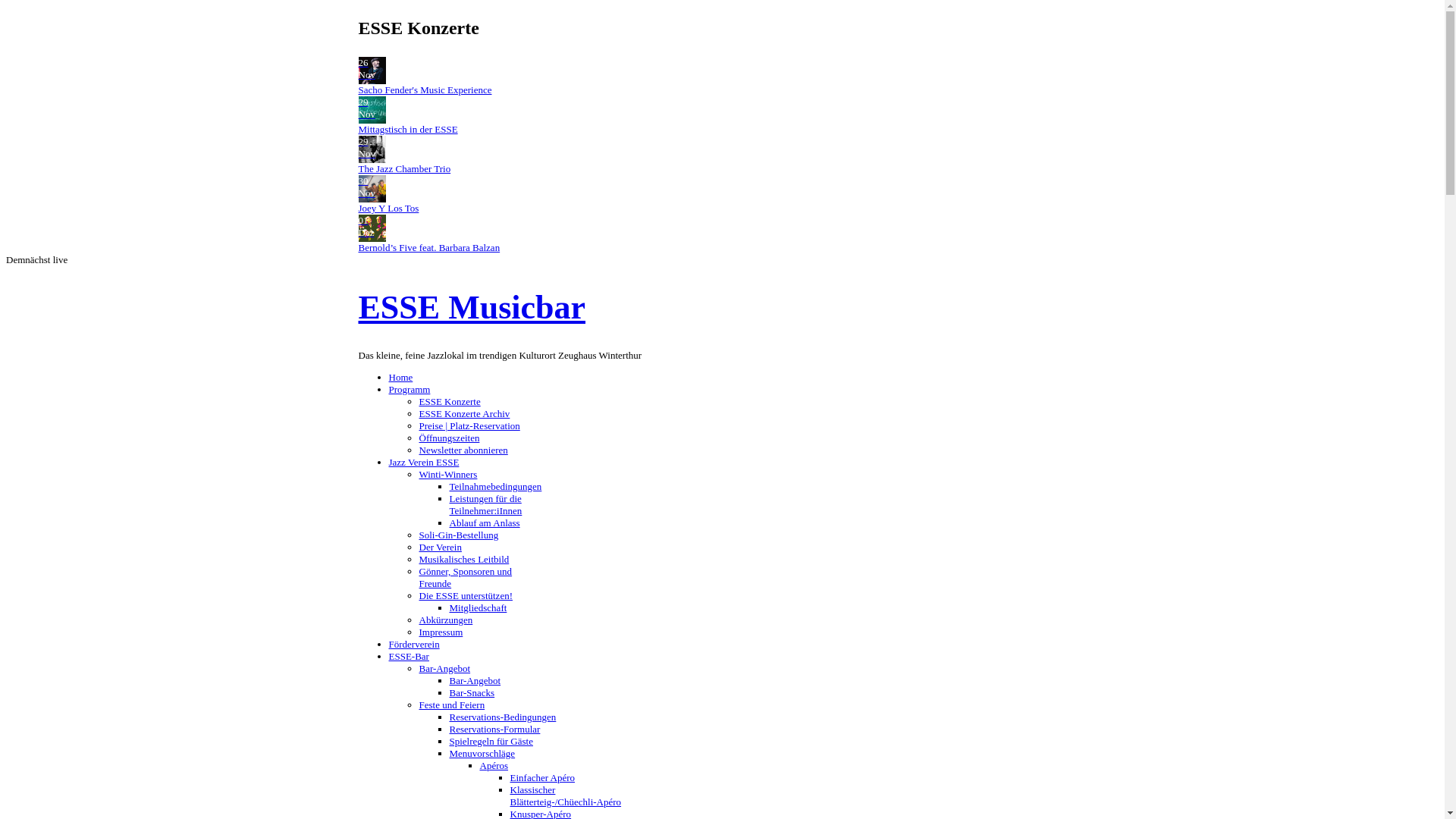 The height and width of the screenshot is (819, 1456). I want to click on 'Reservations-Bedingungen', so click(502, 717).